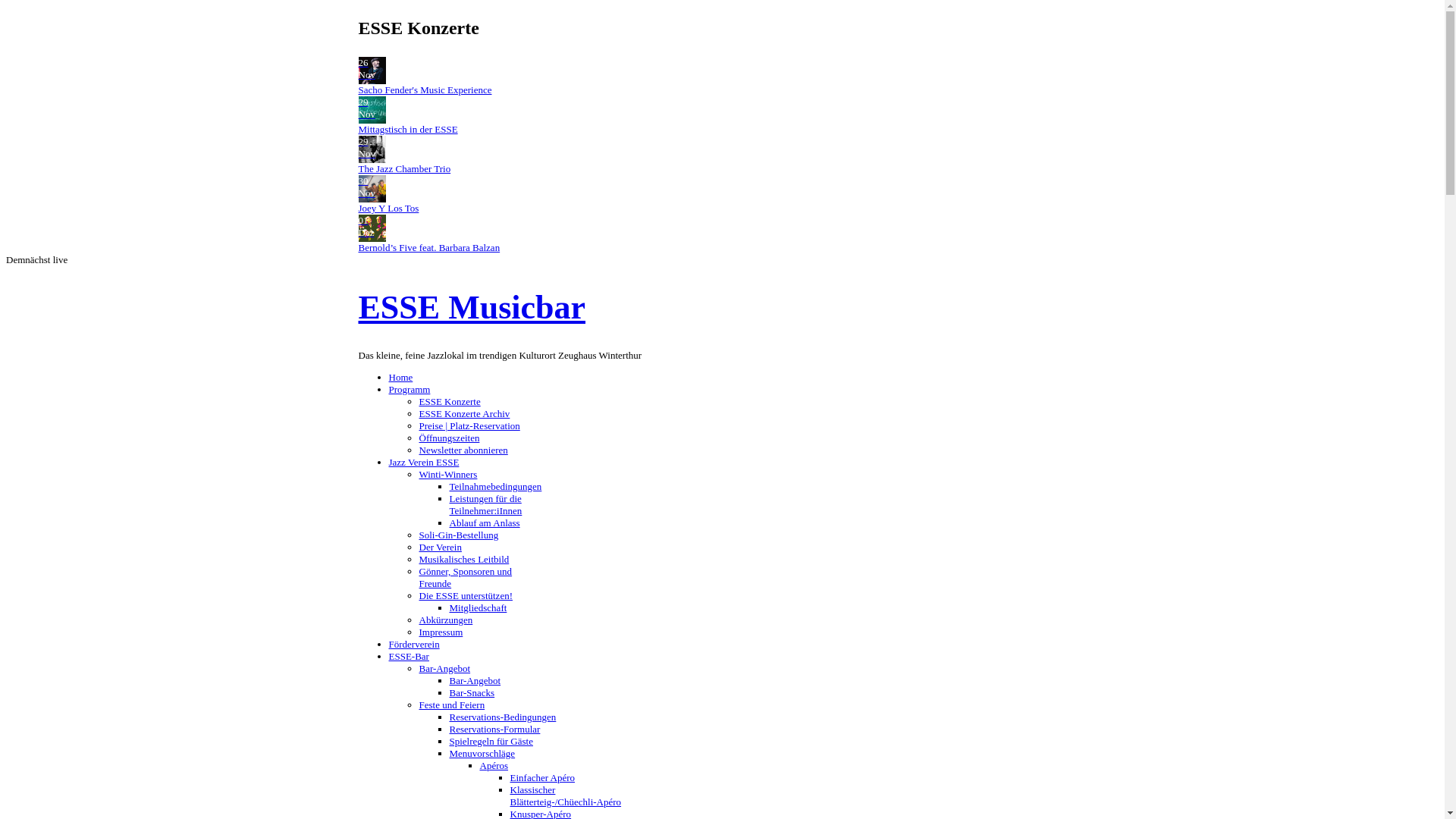 The height and width of the screenshot is (819, 1456). I want to click on 'Reservations-Bedingungen', so click(502, 717).